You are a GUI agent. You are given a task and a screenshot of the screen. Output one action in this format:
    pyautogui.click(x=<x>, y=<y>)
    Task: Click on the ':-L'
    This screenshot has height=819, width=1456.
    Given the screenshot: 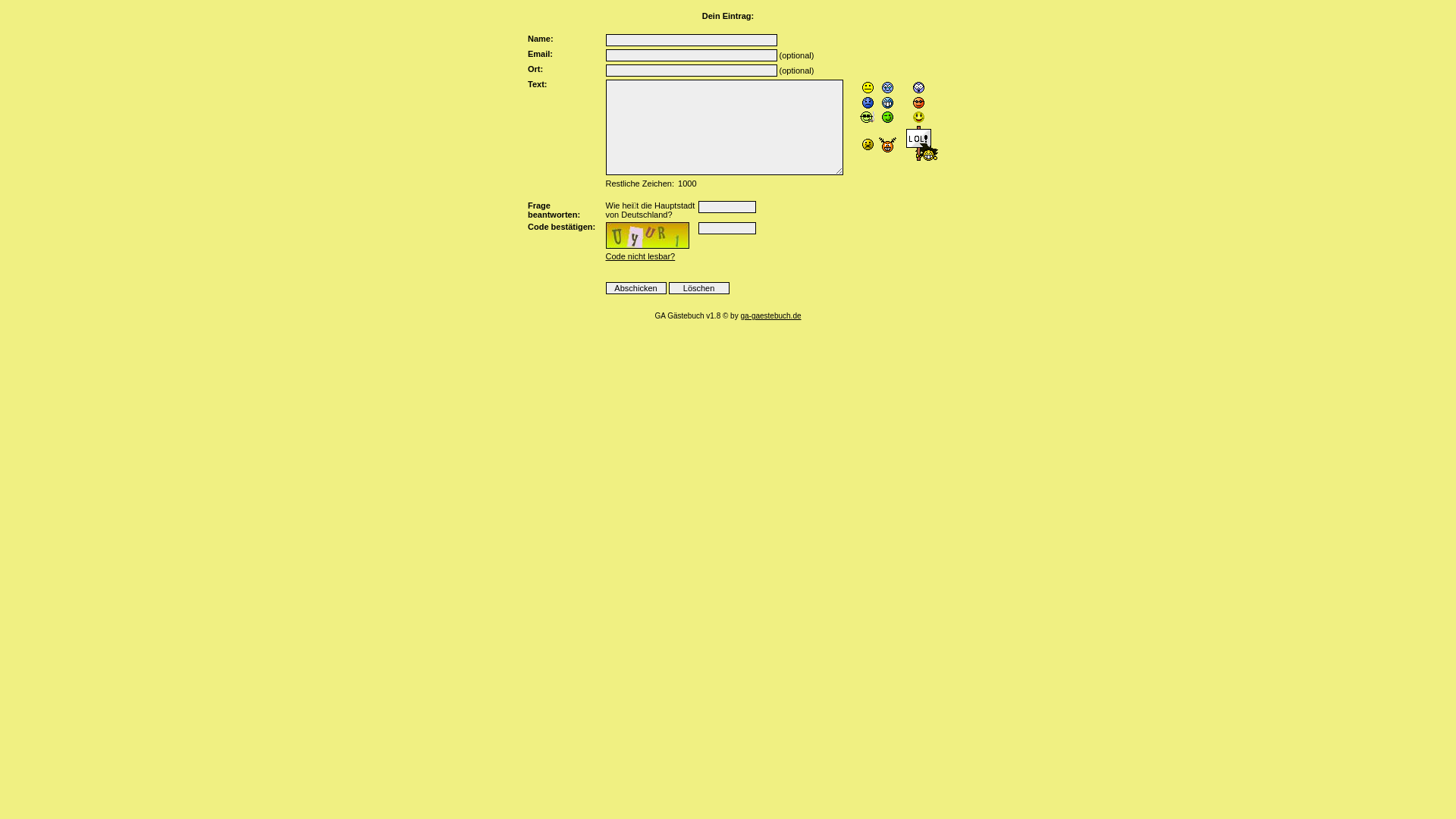 What is the action you would take?
    pyautogui.click(x=868, y=116)
    